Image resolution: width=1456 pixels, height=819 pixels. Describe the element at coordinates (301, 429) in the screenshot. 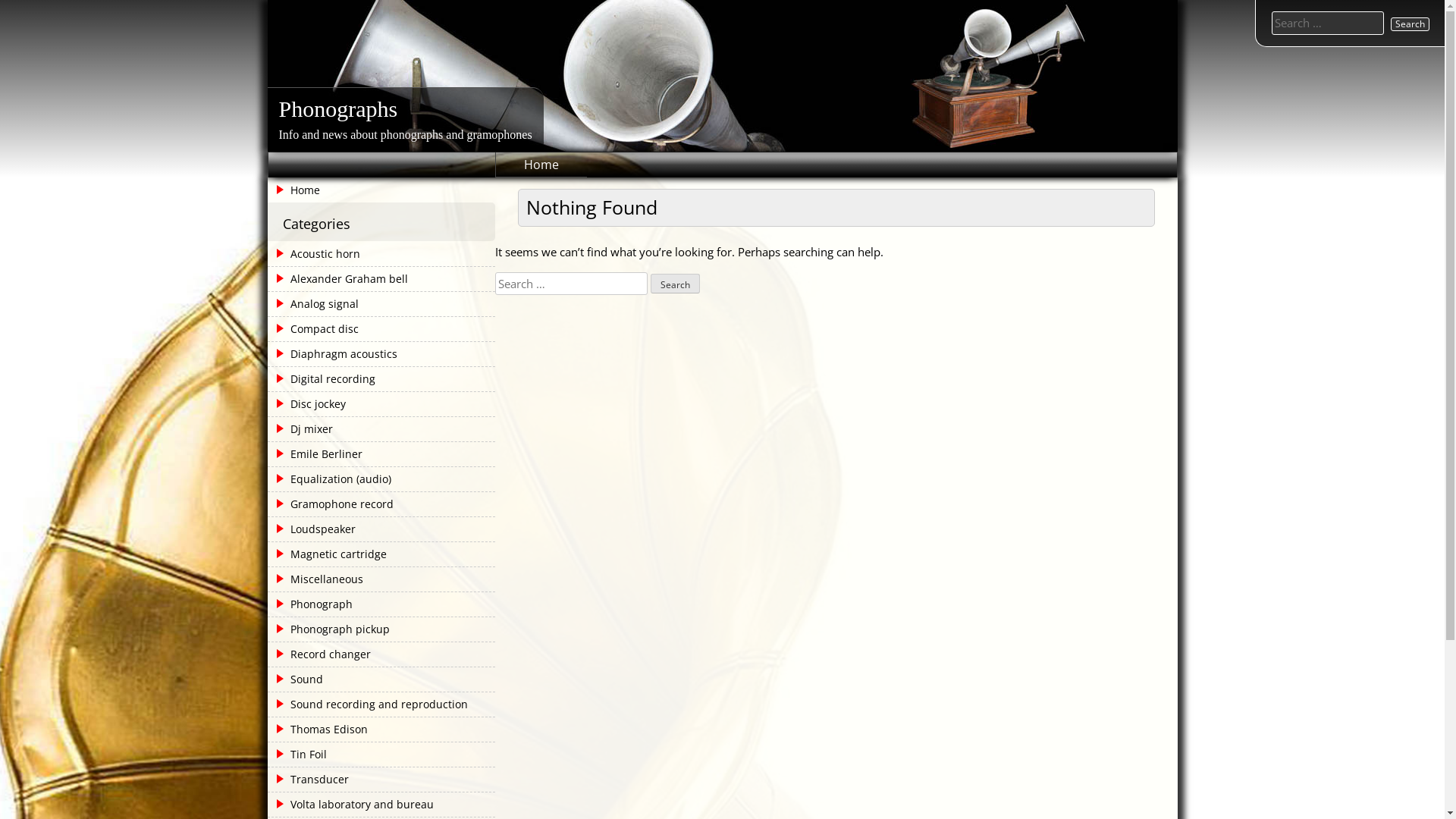

I see `'Dj mixer'` at that location.